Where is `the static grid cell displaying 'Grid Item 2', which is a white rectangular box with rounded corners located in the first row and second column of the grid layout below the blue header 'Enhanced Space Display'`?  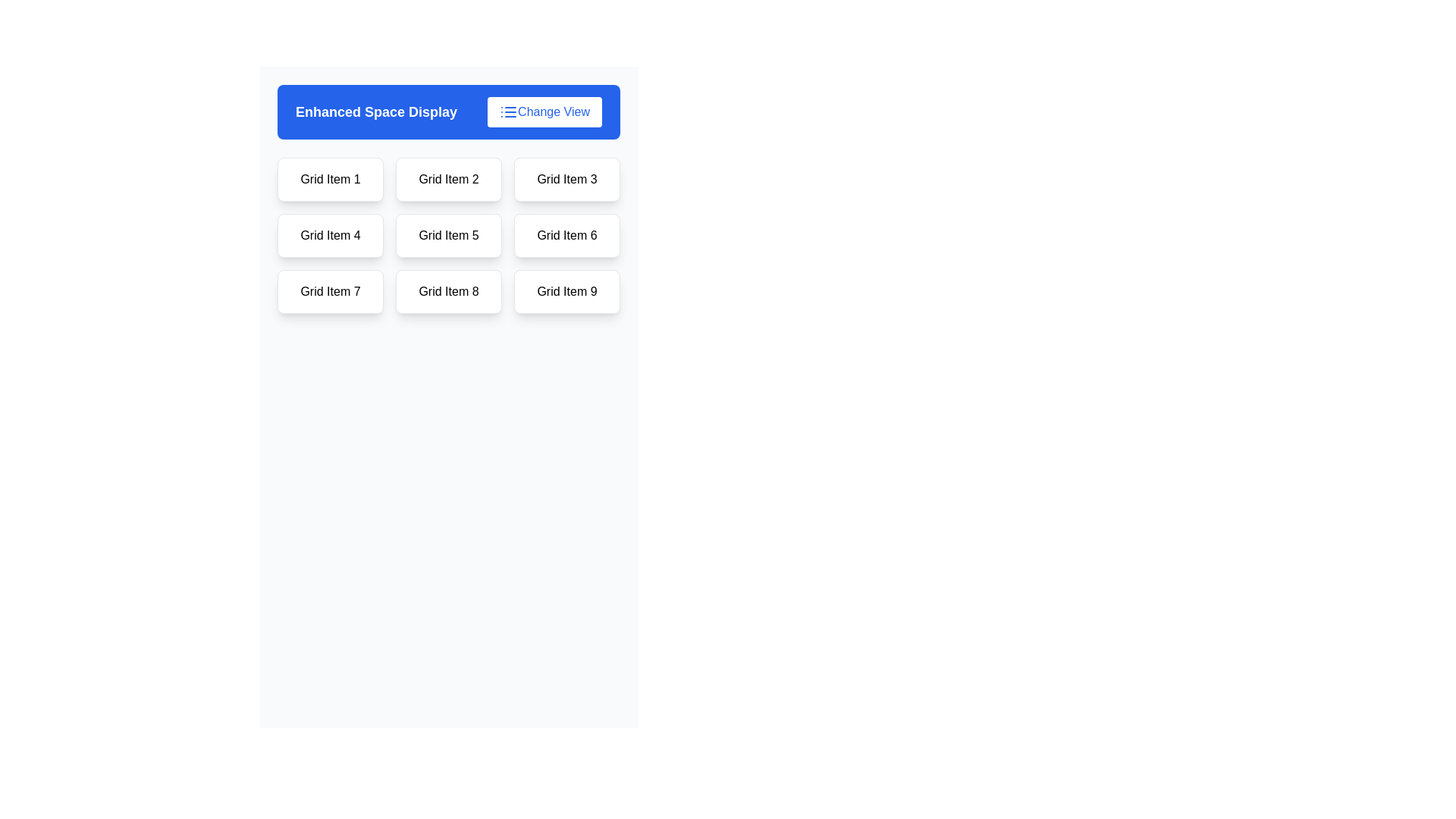 the static grid cell displaying 'Grid Item 2', which is a white rectangular box with rounded corners located in the first row and second column of the grid layout below the blue header 'Enhanced Space Display' is located at coordinates (447, 178).